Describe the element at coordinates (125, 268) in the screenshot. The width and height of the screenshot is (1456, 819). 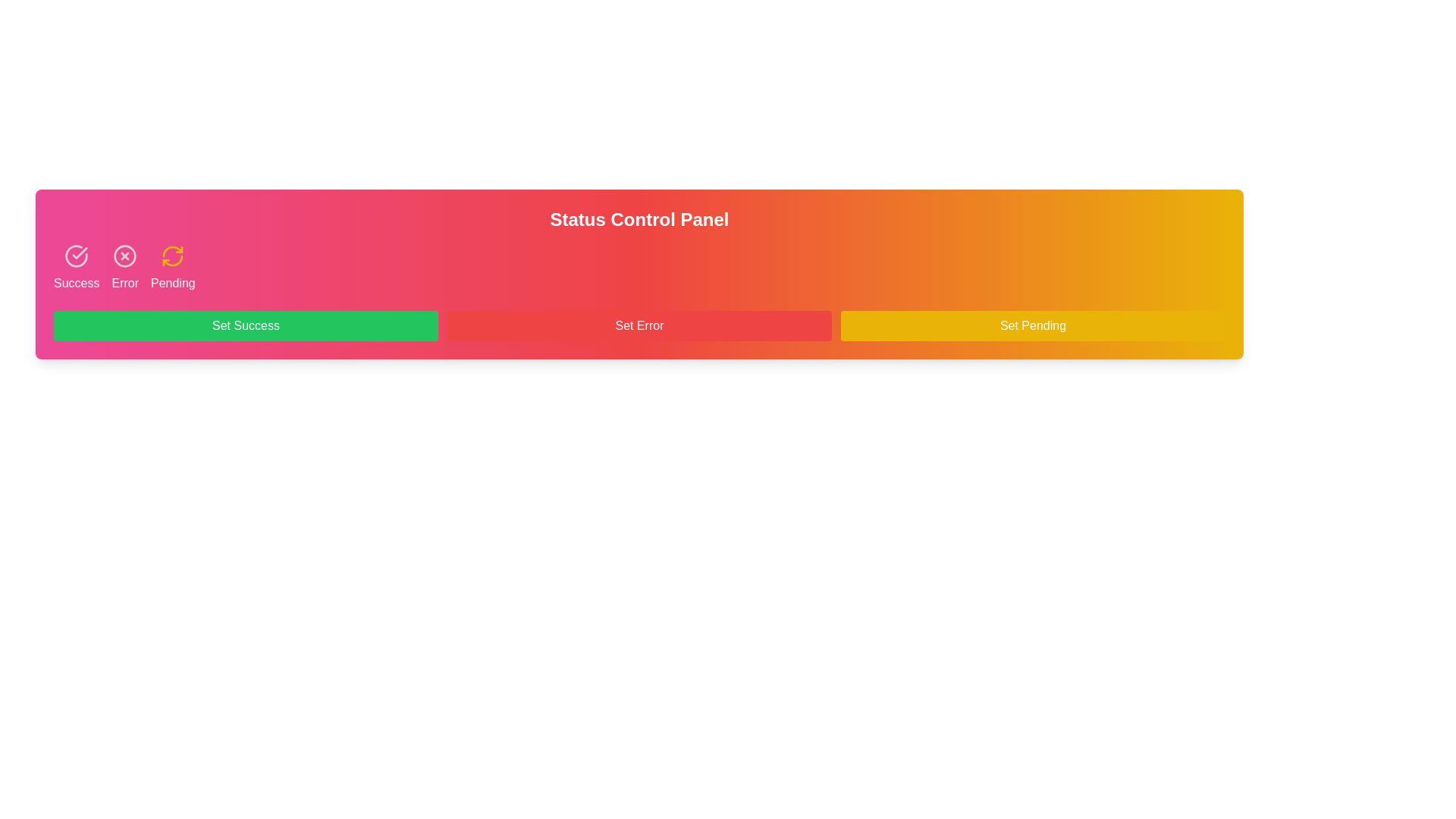
I see `the 'Error' state icon in the status control panel, which is the second option in a horizontal group of three state indicators` at that location.